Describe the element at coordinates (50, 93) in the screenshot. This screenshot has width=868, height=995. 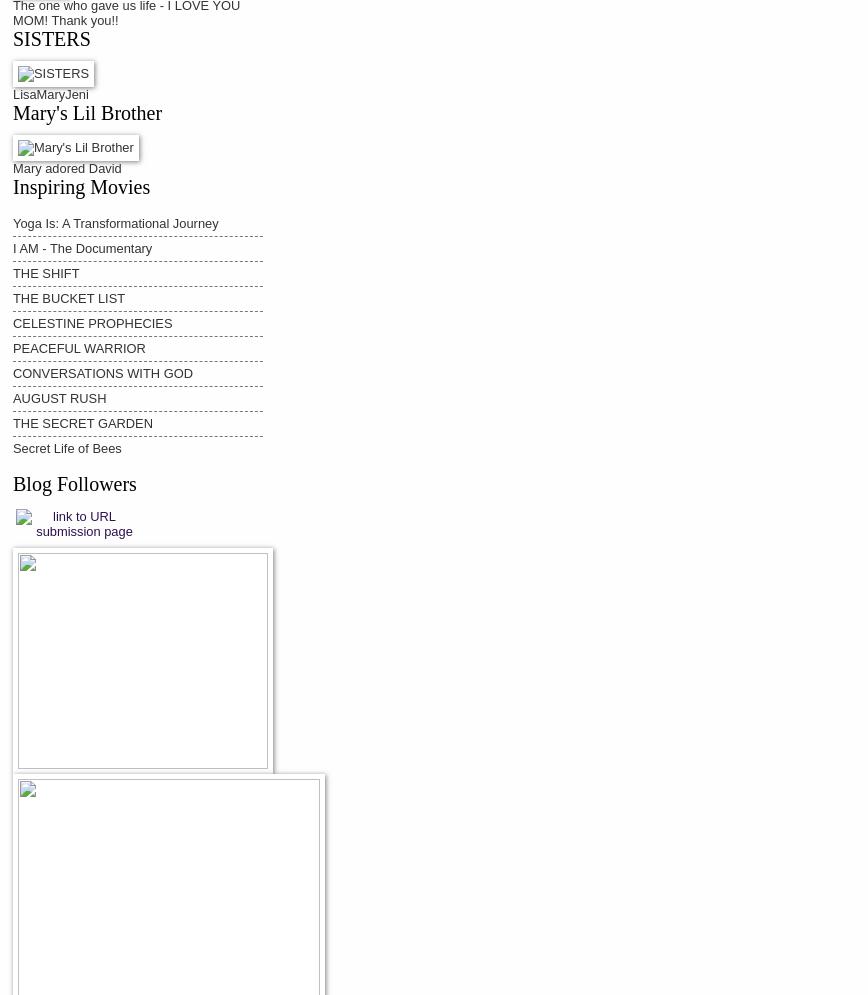
I see `'LisaMaryJeni'` at that location.